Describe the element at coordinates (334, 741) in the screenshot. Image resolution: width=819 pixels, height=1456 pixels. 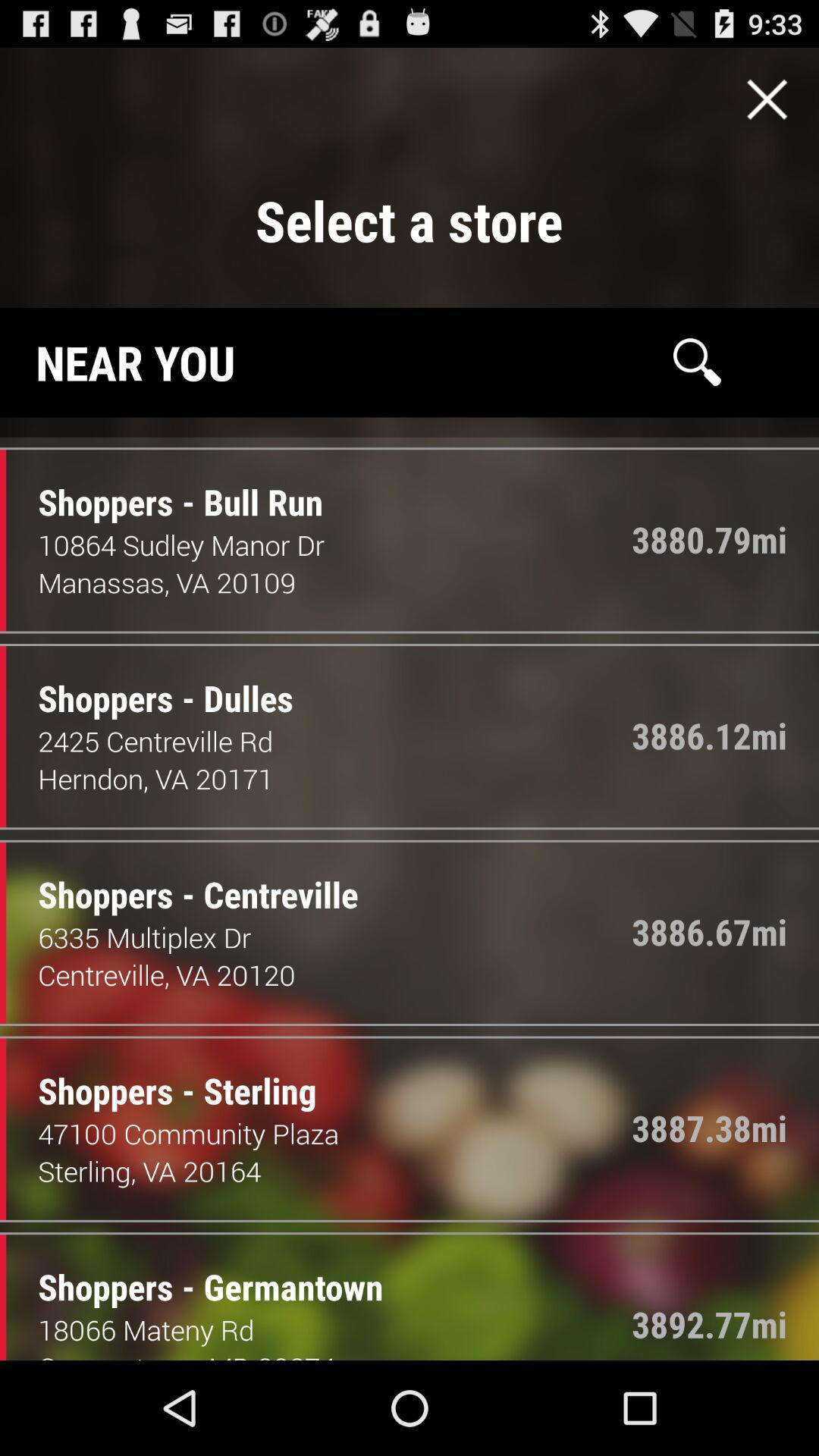
I see `icon above the herndon, va 20171` at that location.